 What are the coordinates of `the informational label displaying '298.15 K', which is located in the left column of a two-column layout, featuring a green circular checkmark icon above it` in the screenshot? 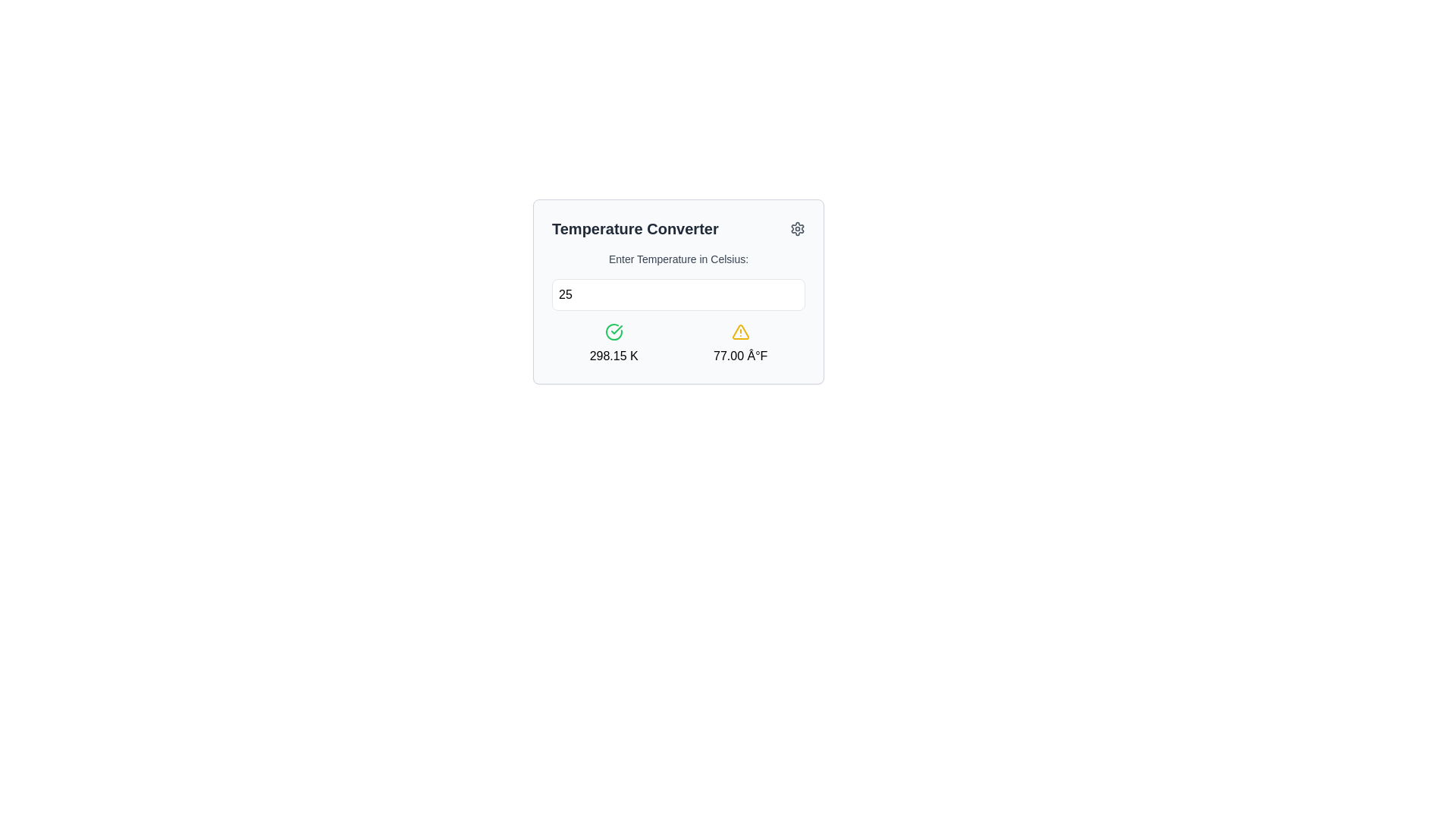 It's located at (613, 344).